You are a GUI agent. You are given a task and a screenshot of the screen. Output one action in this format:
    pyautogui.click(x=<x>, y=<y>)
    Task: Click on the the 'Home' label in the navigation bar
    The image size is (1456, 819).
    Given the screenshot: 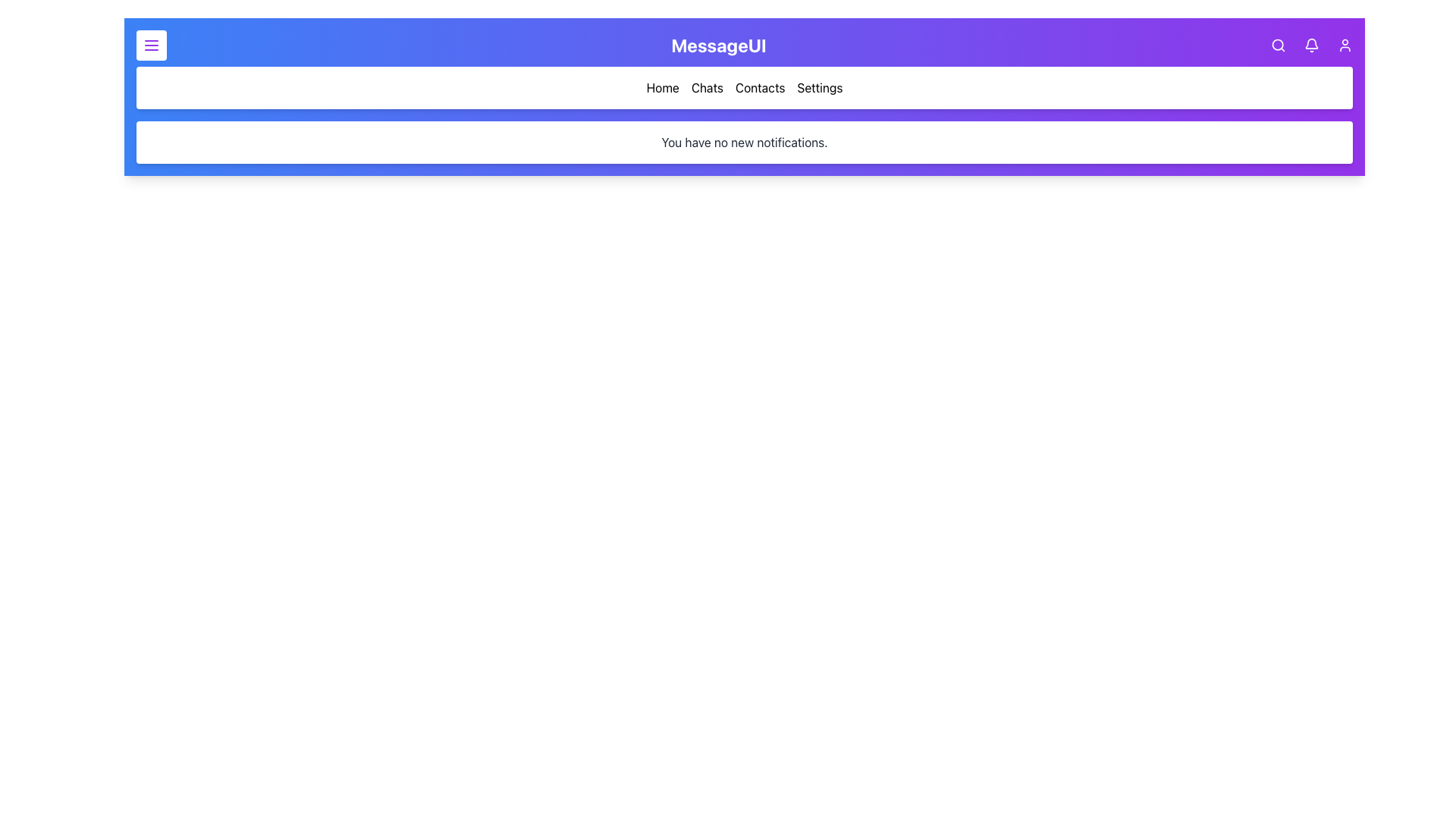 What is the action you would take?
    pyautogui.click(x=663, y=87)
    